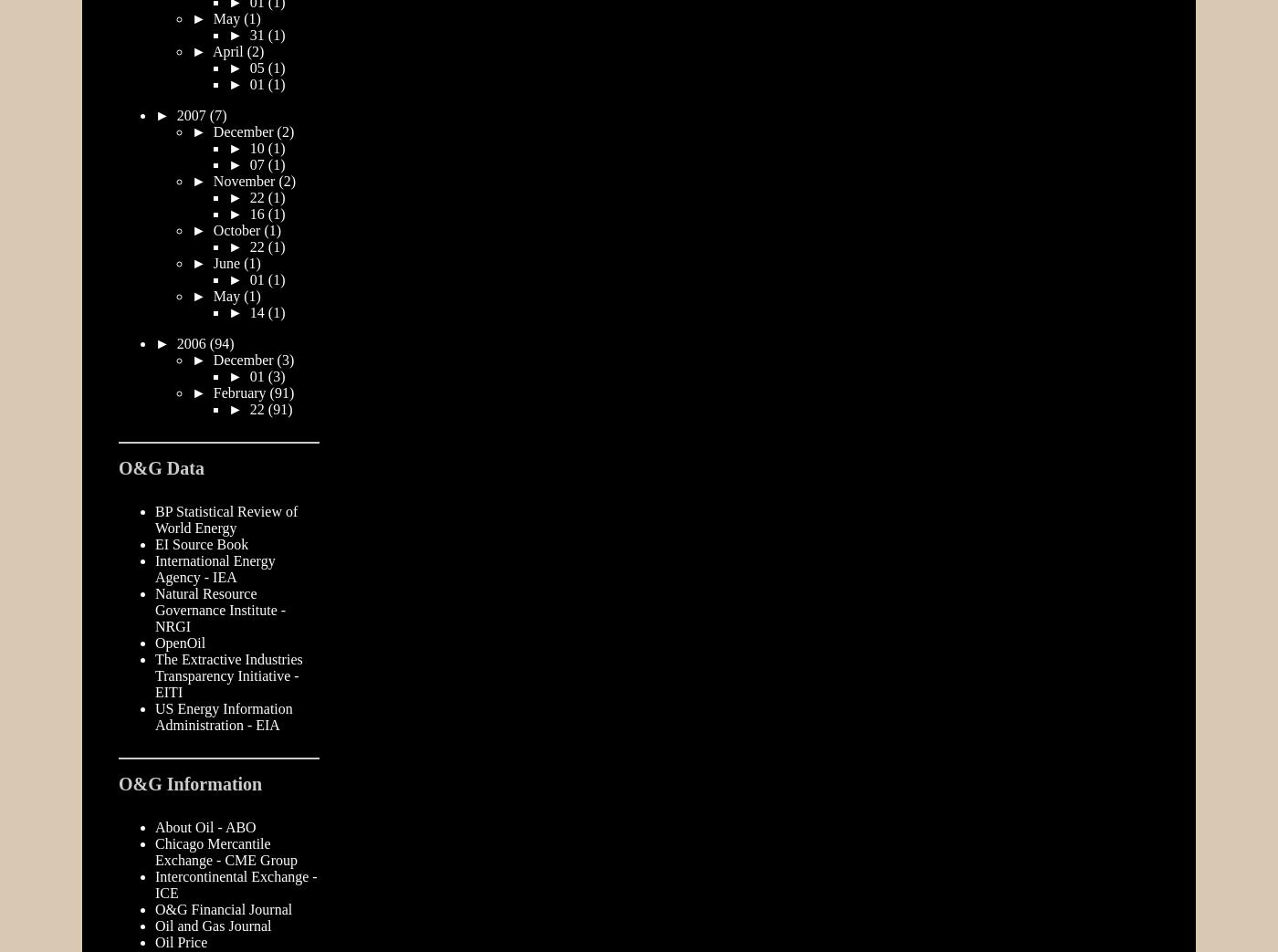 This screenshot has width=1278, height=952. Describe the element at coordinates (229, 49) in the screenshot. I see `'April'` at that location.